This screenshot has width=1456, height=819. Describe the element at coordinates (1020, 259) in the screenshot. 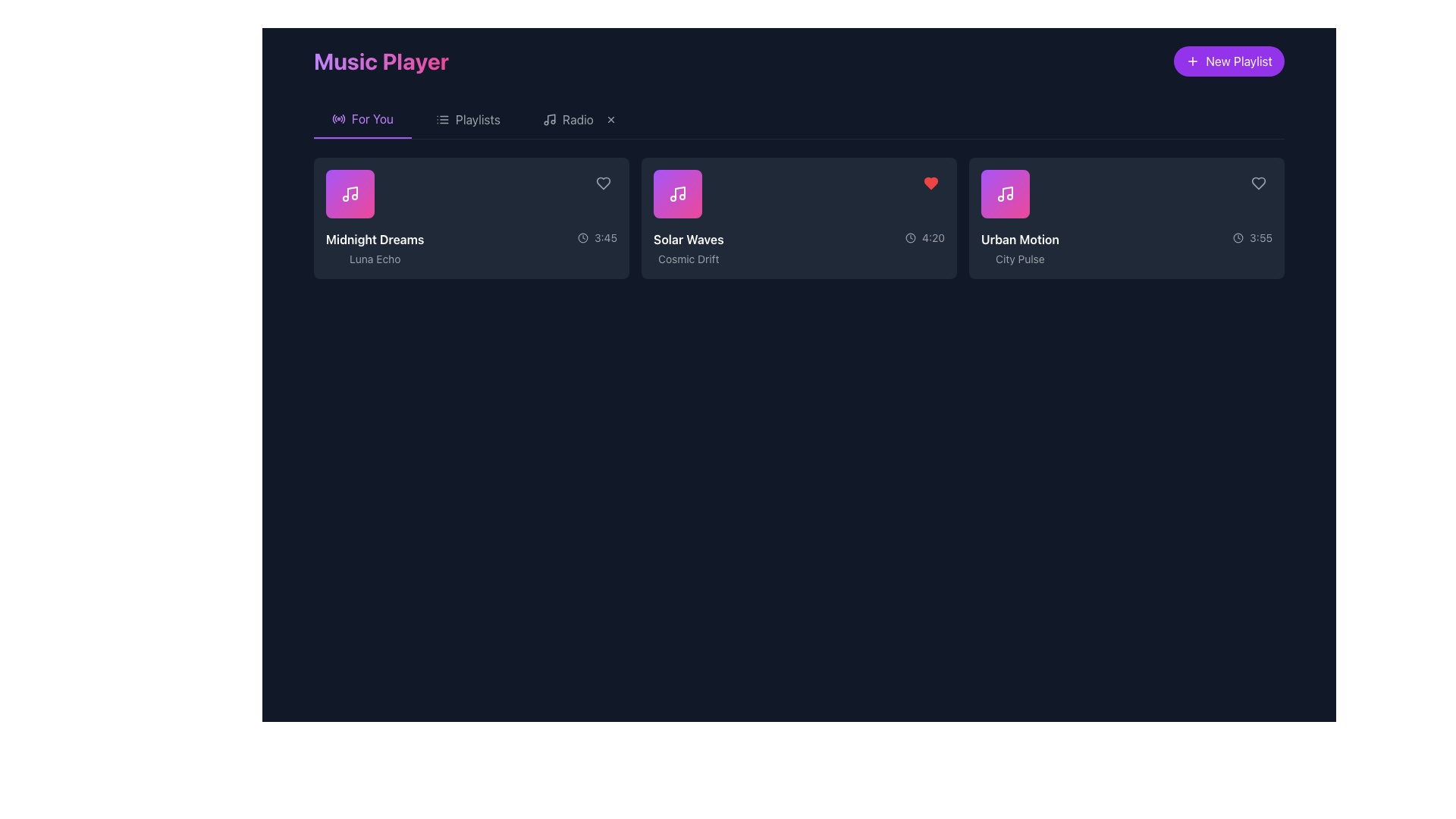

I see `the text label providing additional descriptive information about the item titled 'Urban Motion', located below the title in the third card of the content cards` at that location.